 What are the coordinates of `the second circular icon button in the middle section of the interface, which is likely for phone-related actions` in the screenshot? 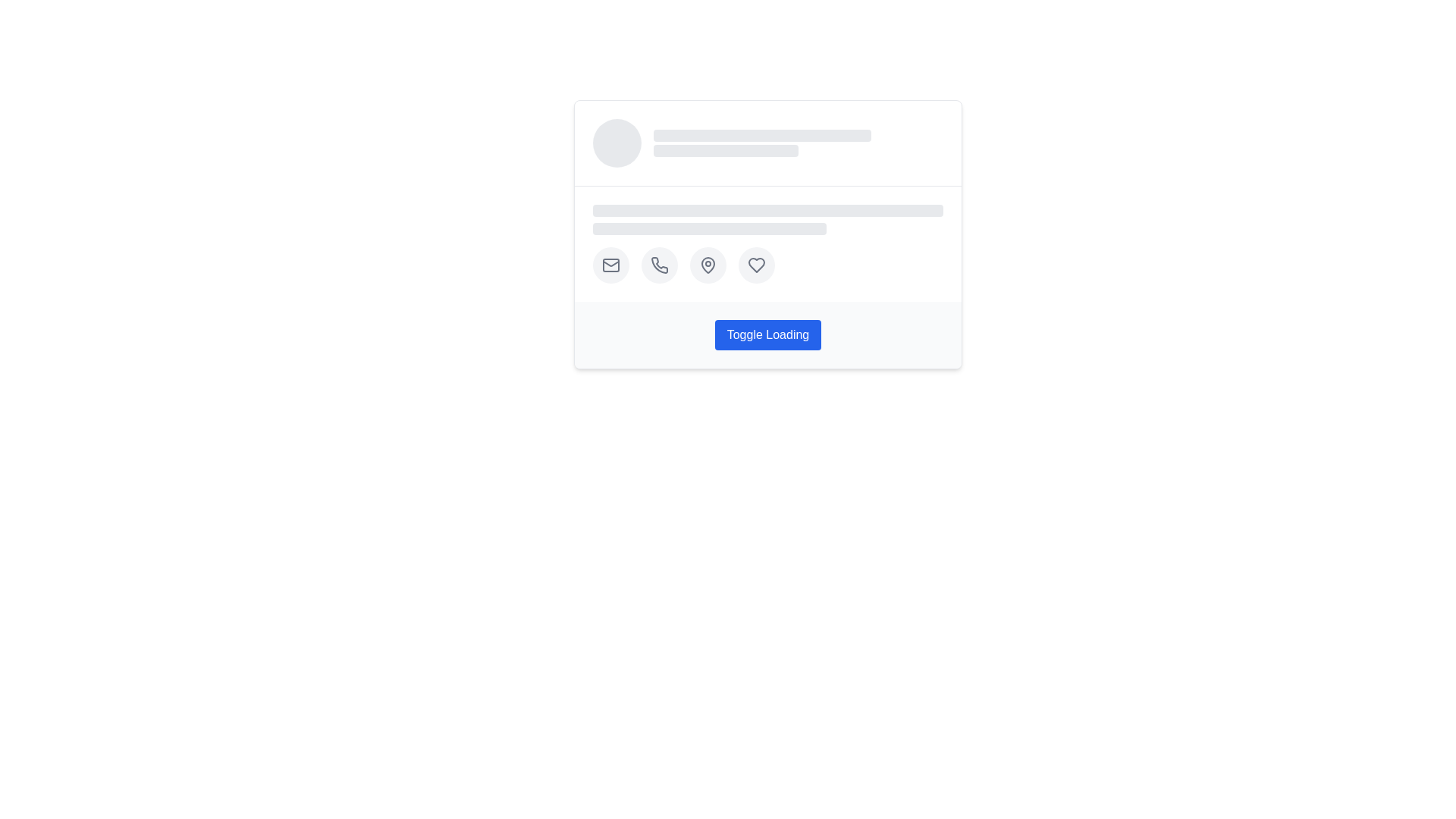 It's located at (659, 265).